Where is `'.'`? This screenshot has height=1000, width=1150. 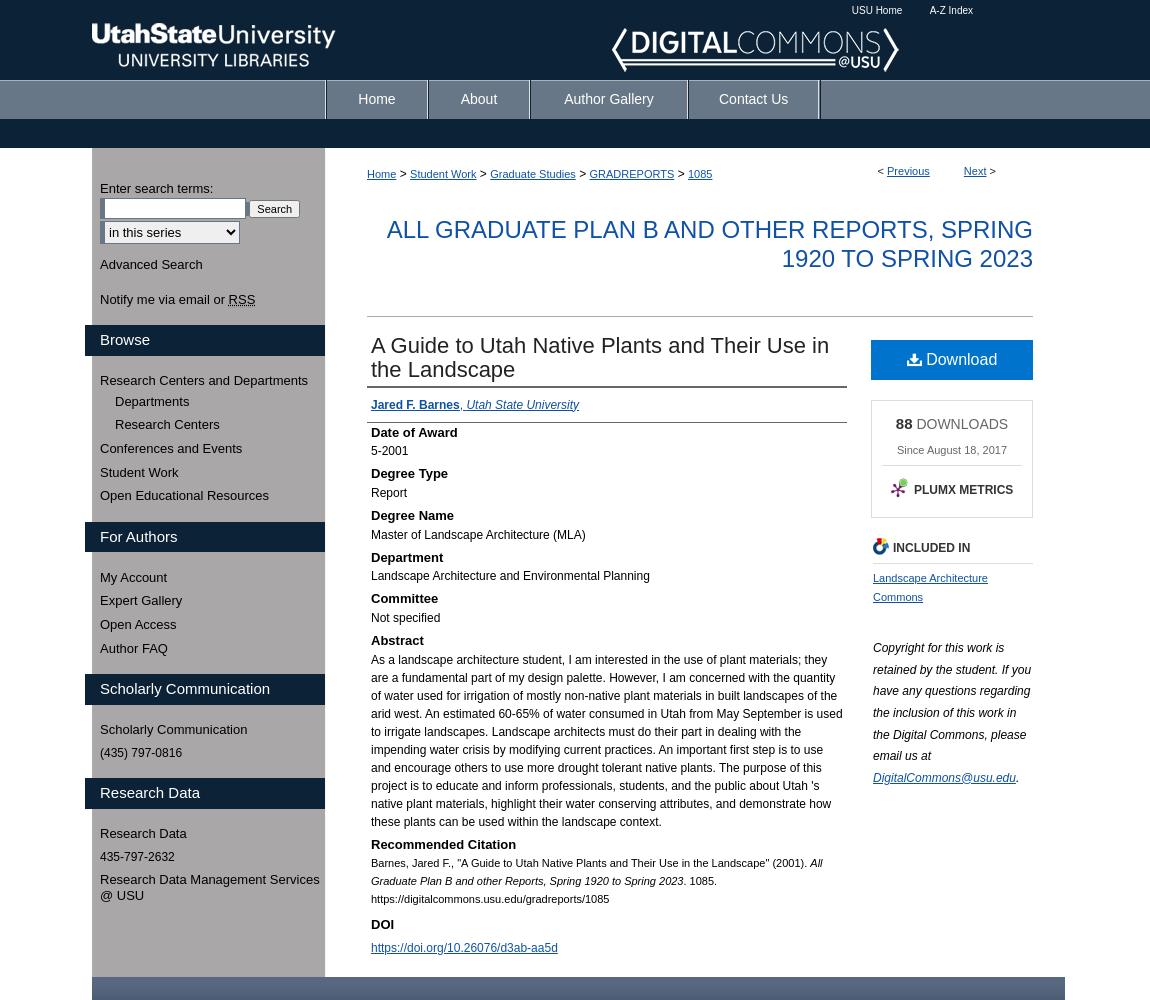 '.' is located at coordinates (1016, 777).